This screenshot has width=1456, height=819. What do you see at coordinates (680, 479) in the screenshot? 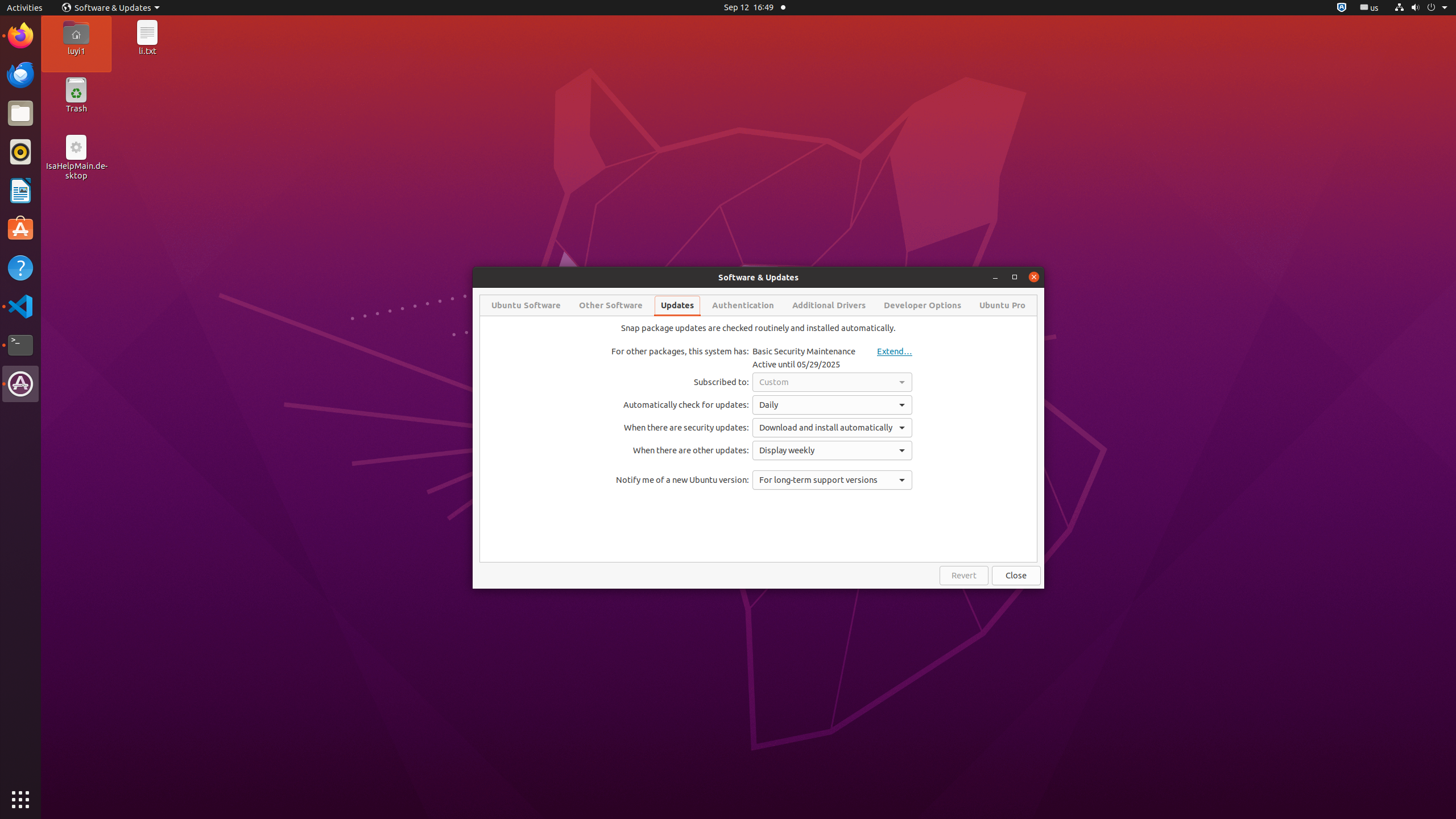
I see `'Notify me of a new Ubuntu version:'` at bounding box center [680, 479].